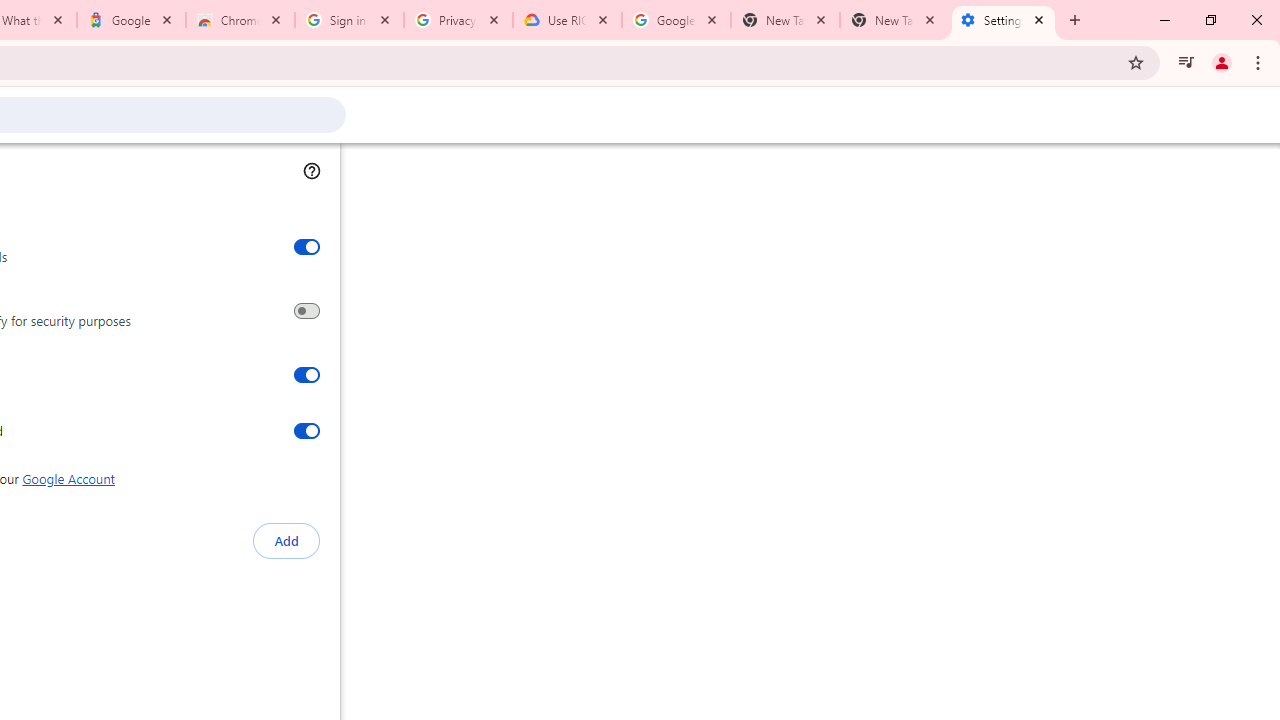  I want to click on 'Settings - Payment methods', so click(1003, 20).